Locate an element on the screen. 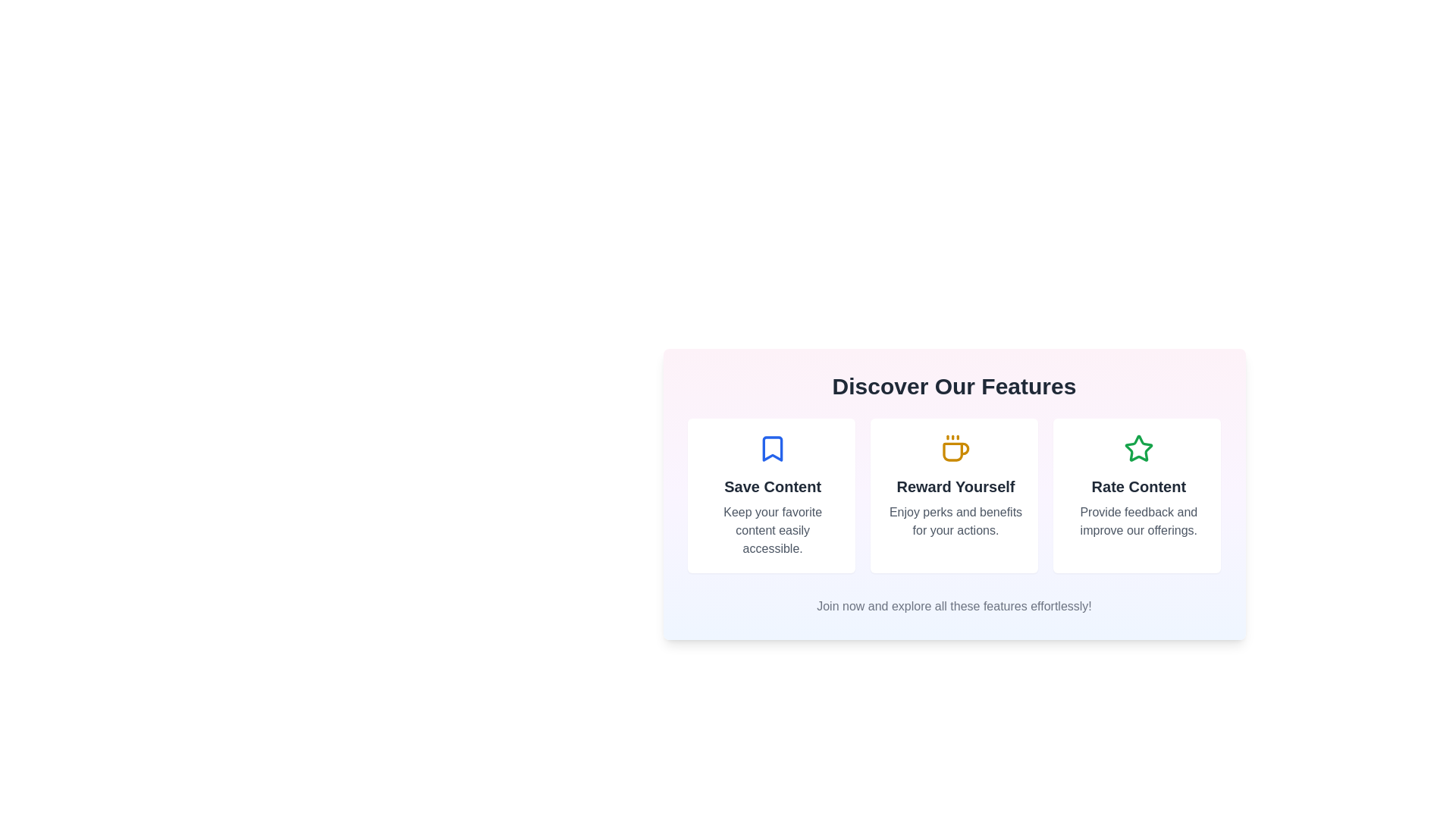 The width and height of the screenshot is (1456, 819). the text label that reads 'Keep your favorite content easily accessible.' located under the 'Save Content' heading is located at coordinates (773, 529).